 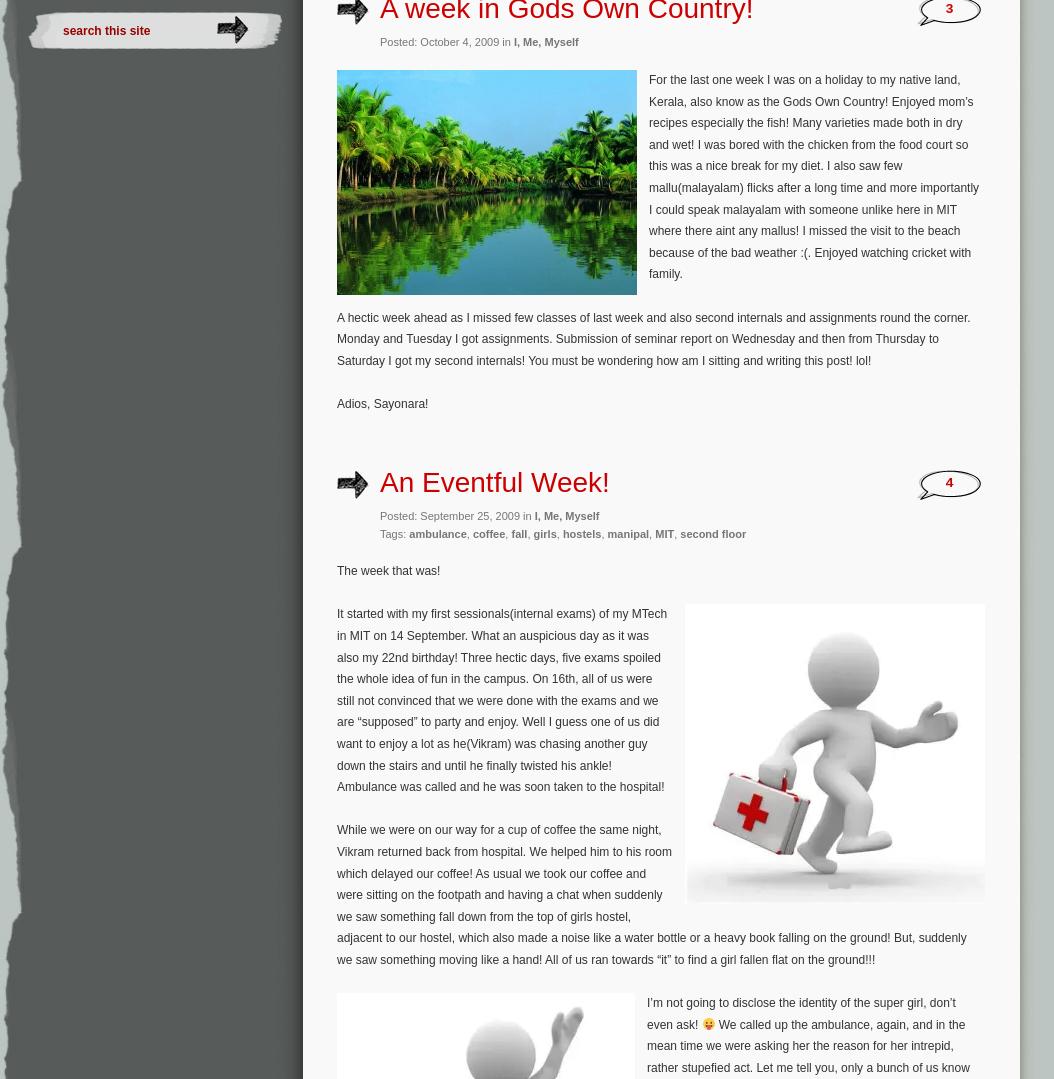 What do you see at coordinates (437, 533) in the screenshot?
I see `'ambulance'` at bounding box center [437, 533].